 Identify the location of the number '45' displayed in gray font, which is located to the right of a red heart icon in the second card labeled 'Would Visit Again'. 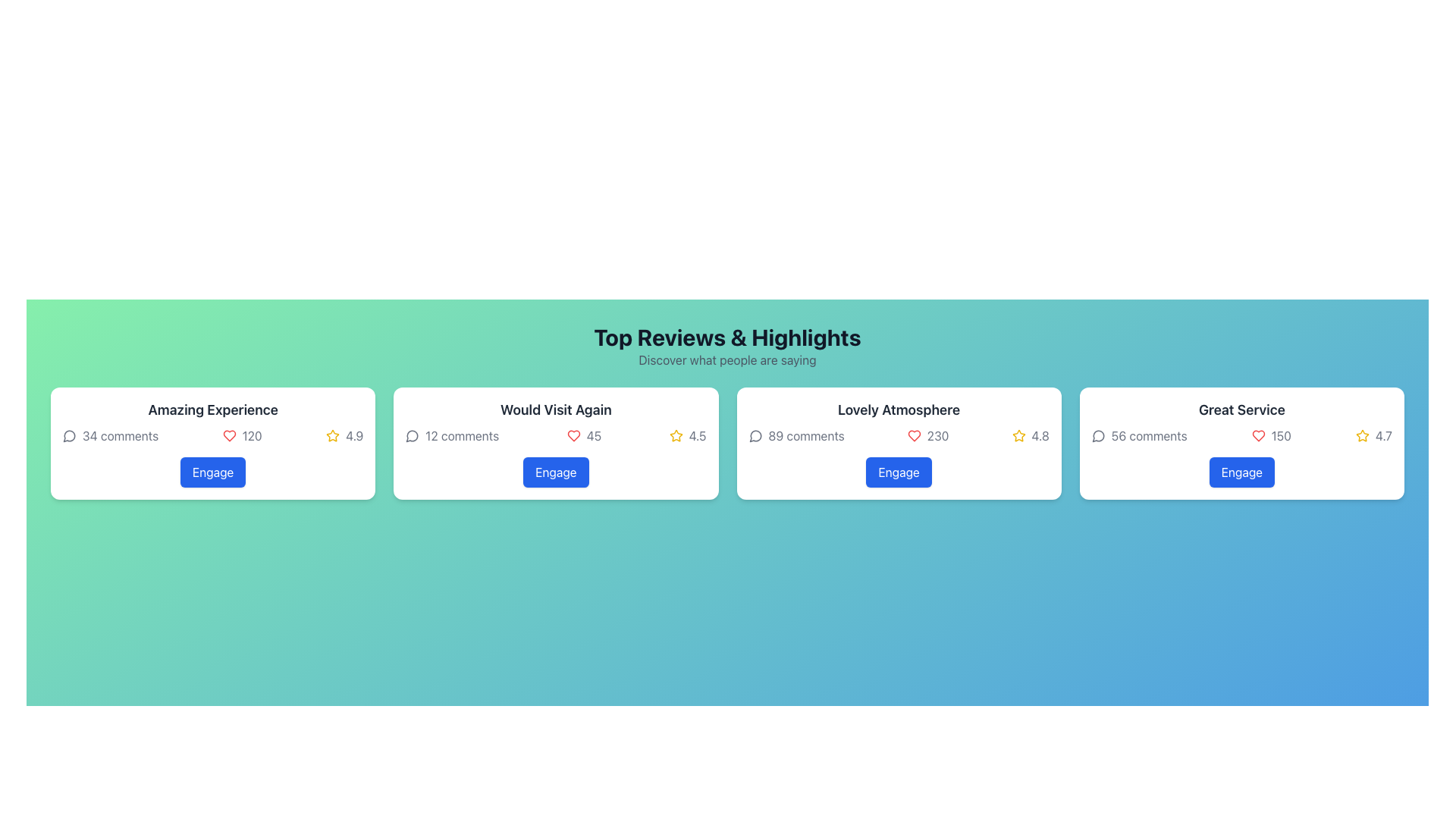
(593, 435).